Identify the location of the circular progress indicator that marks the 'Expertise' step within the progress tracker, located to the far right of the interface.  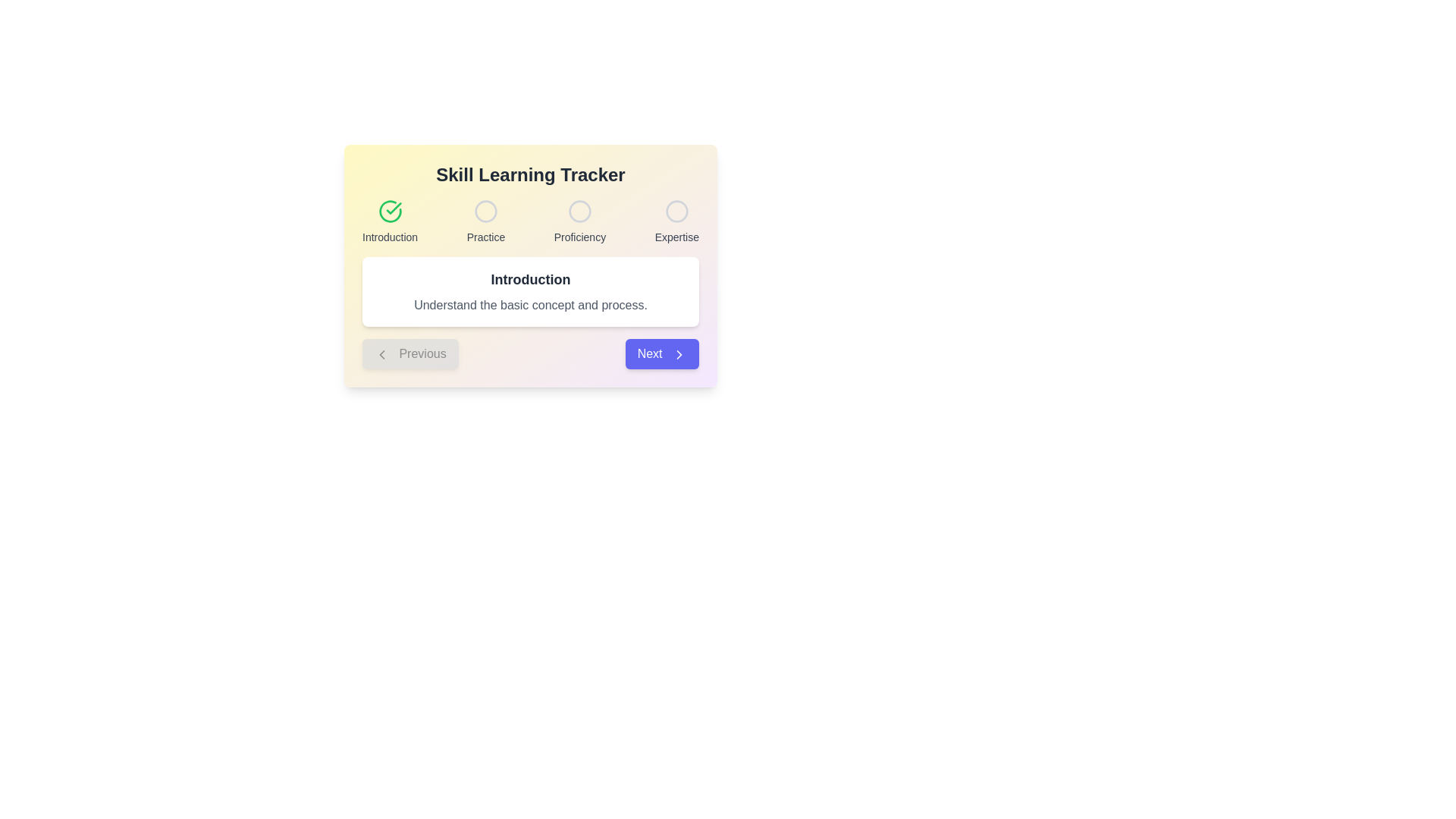
(676, 211).